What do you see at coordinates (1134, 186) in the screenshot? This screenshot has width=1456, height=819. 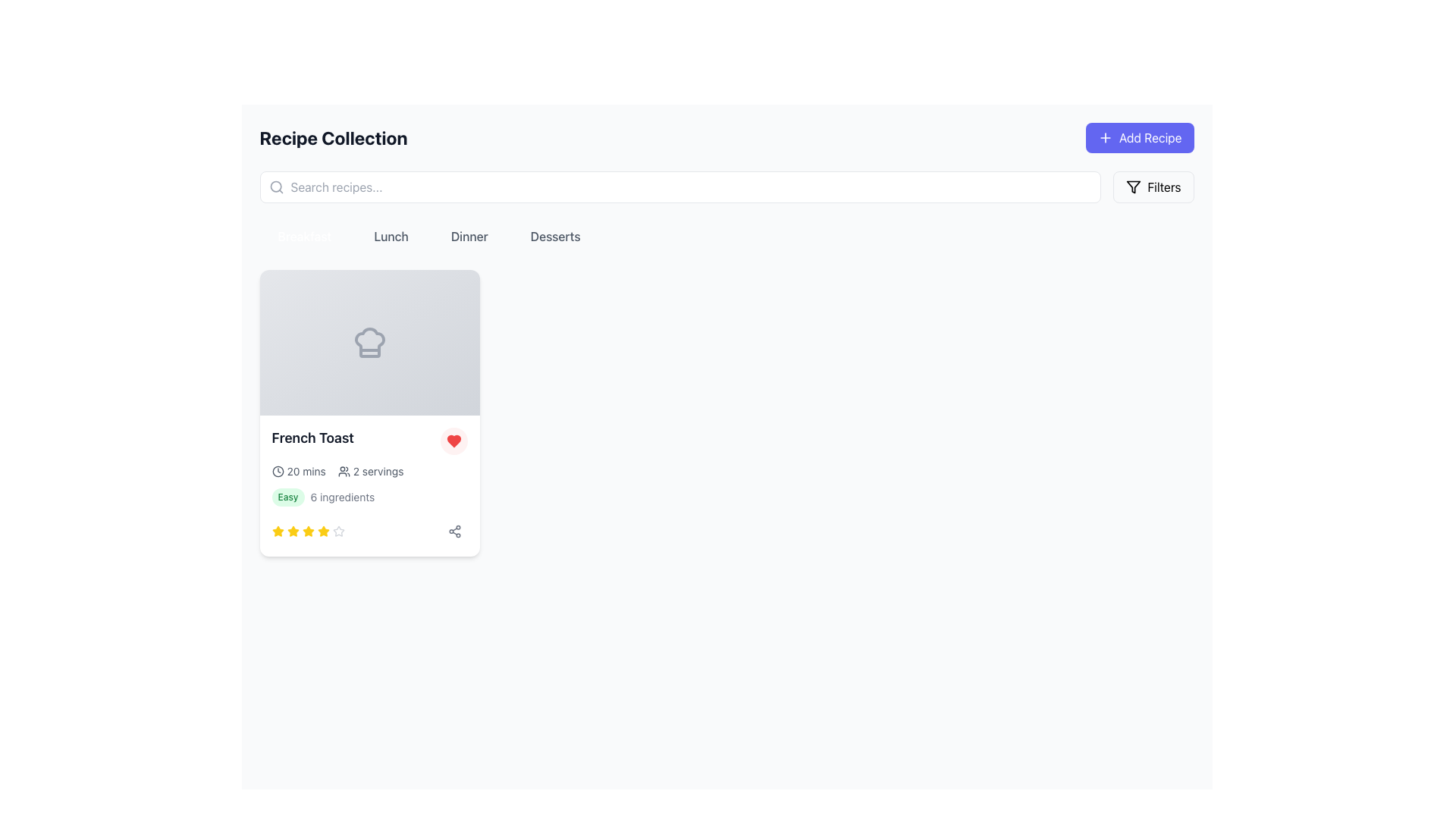 I see `the funnel icon inside the 'Filters' button` at bounding box center [1134, 186].